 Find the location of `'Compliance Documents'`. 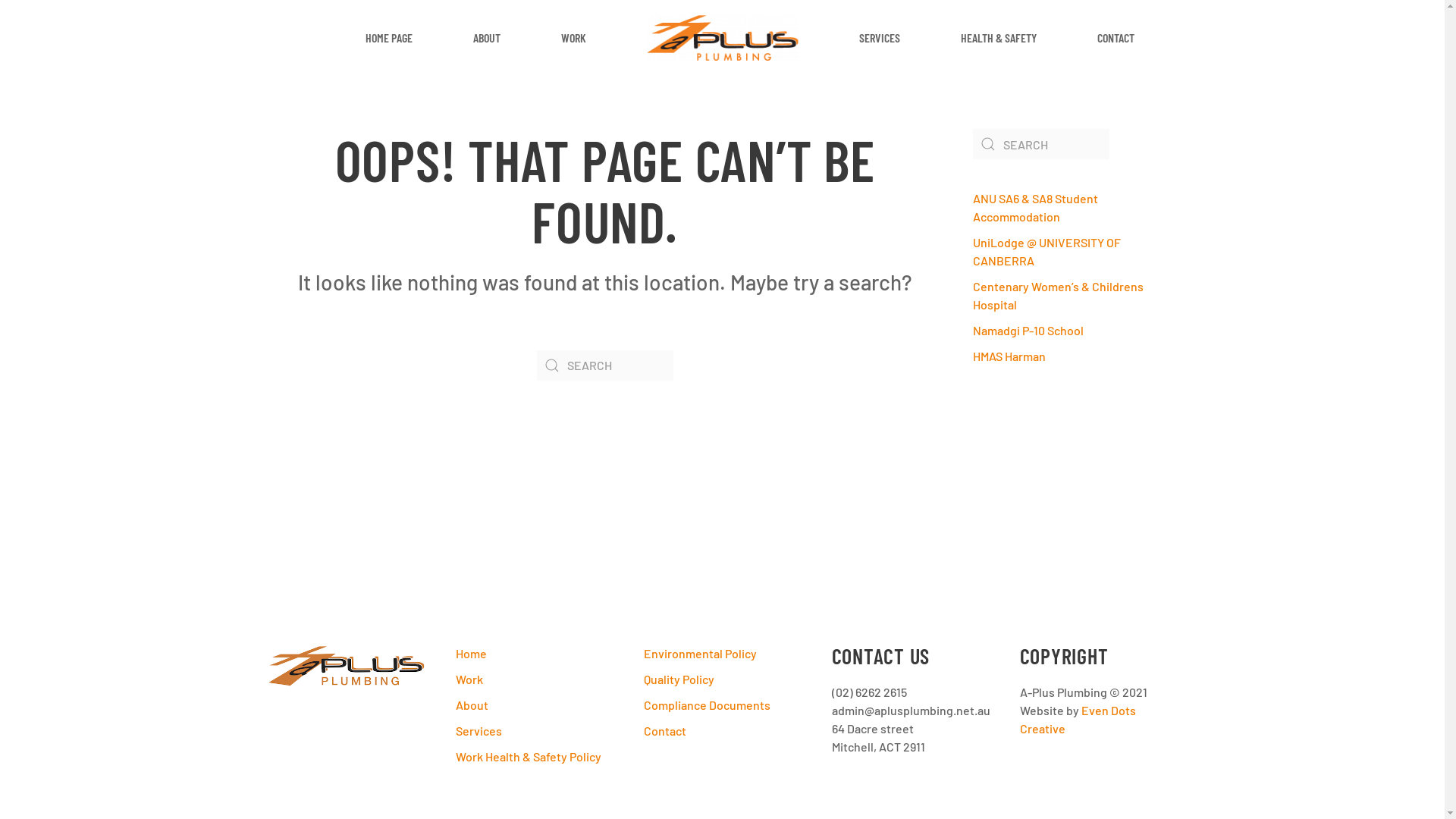

'Compliance Documents' is located at coordinates (643, 704).